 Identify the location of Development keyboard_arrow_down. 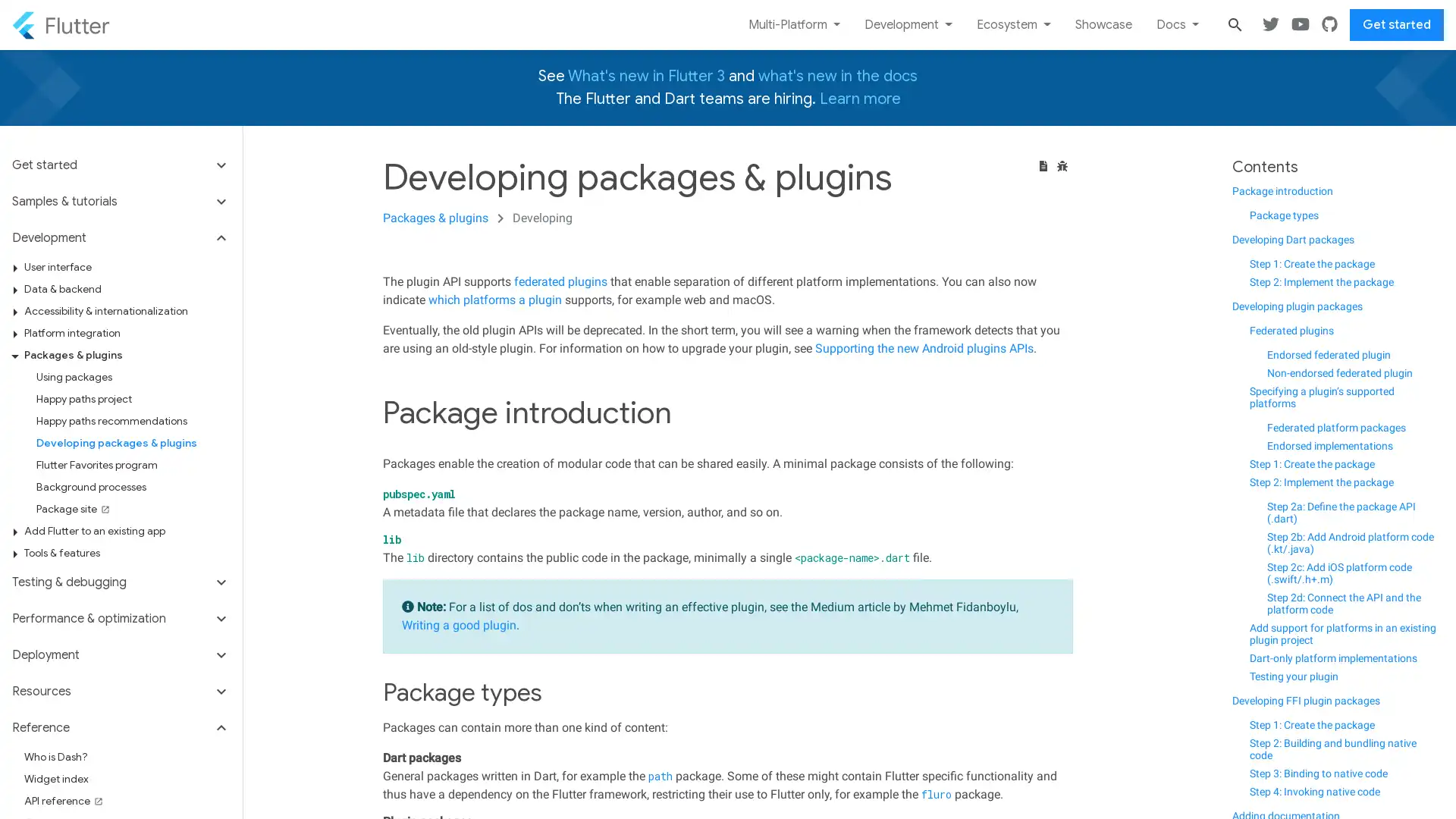
(120, 237).